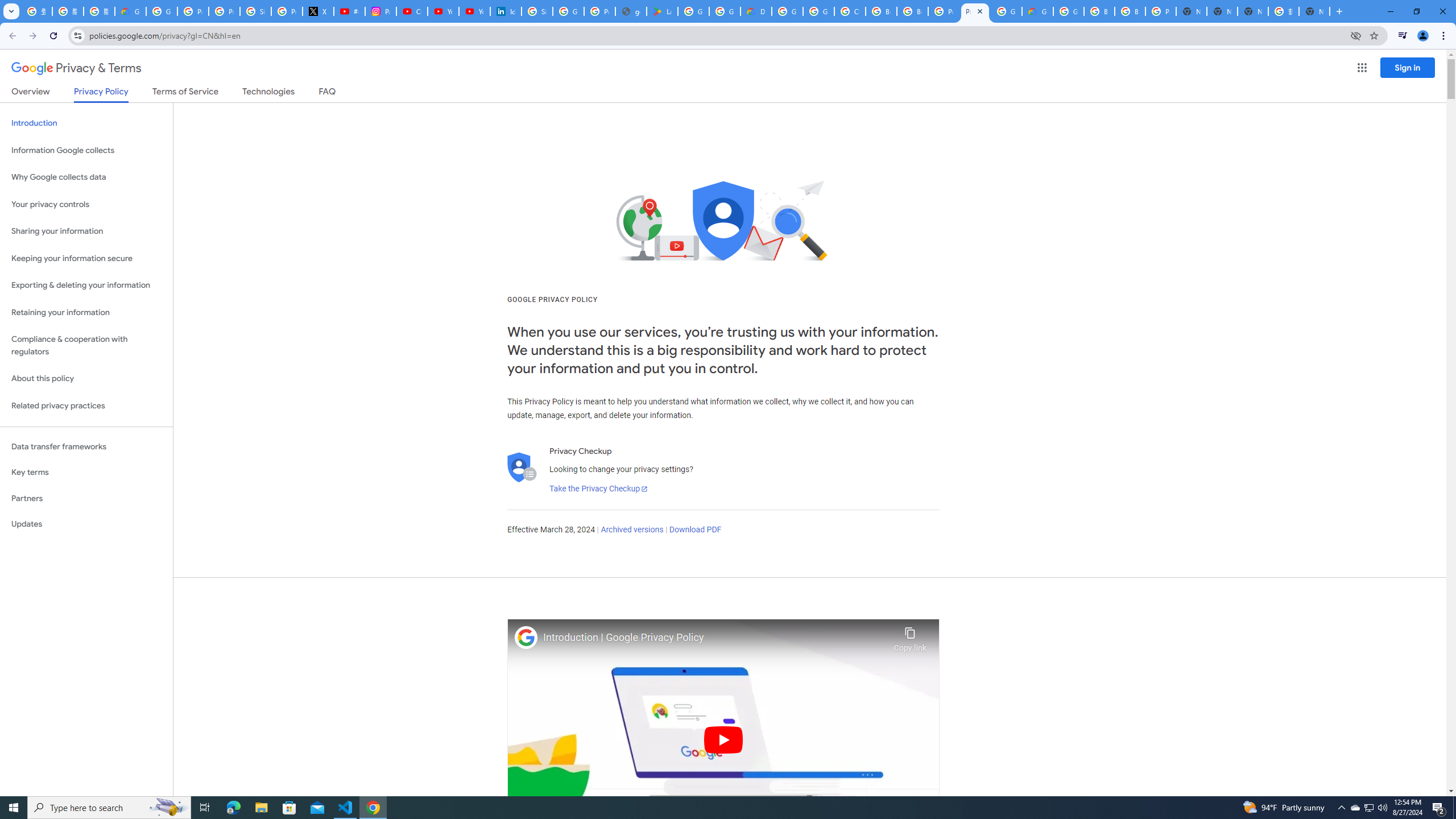  I want to click on 'Browse Chrome as a guest - Computer - Google Chrome Help', so click(1099, 11).